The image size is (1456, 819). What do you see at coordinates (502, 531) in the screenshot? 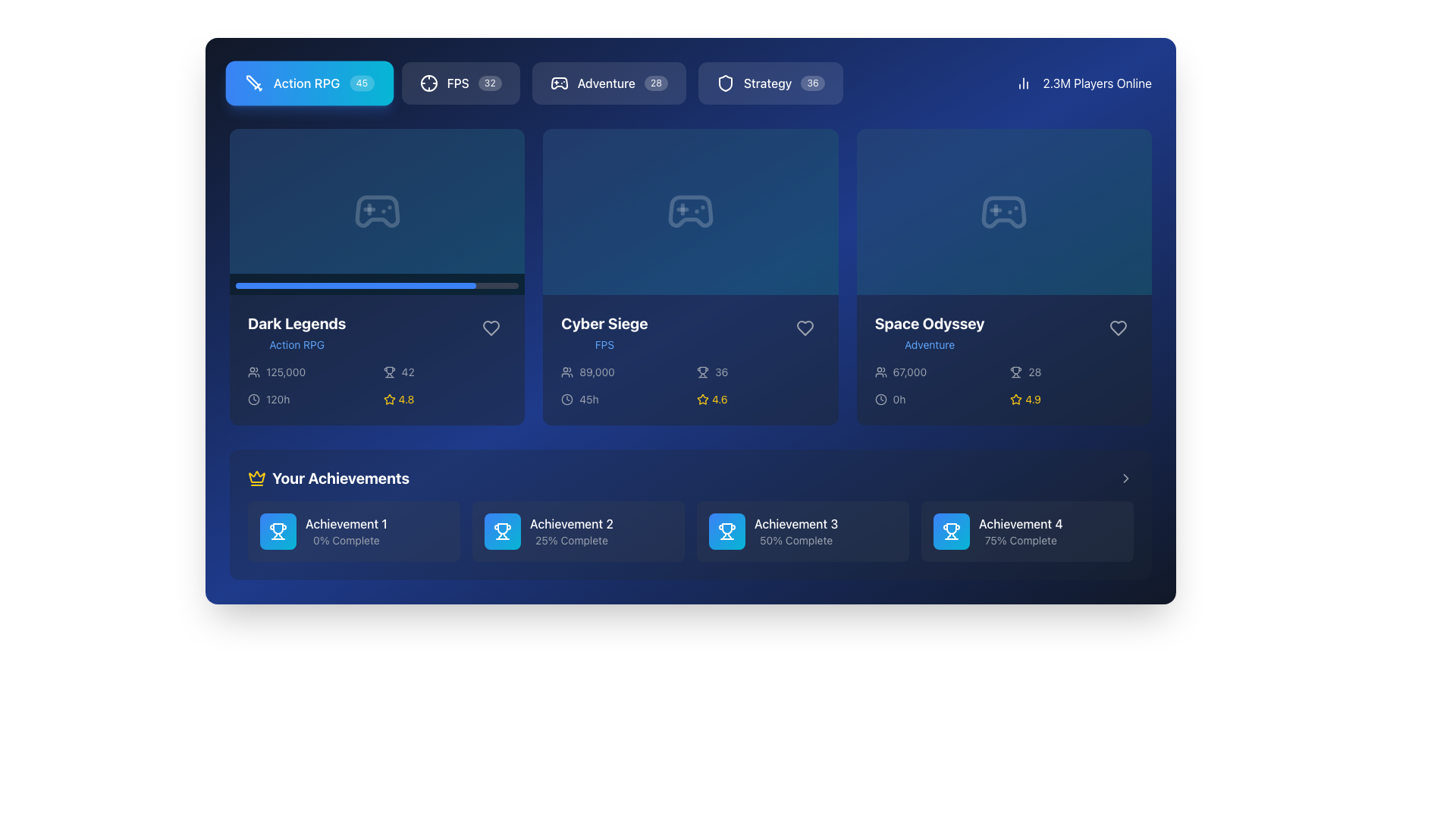
I see `the achievement icon representing 'Achievement 2' located in the 'Your Achievements' section, positioned centrally within its rounded rectangular card` at bounding box center [502, 531].